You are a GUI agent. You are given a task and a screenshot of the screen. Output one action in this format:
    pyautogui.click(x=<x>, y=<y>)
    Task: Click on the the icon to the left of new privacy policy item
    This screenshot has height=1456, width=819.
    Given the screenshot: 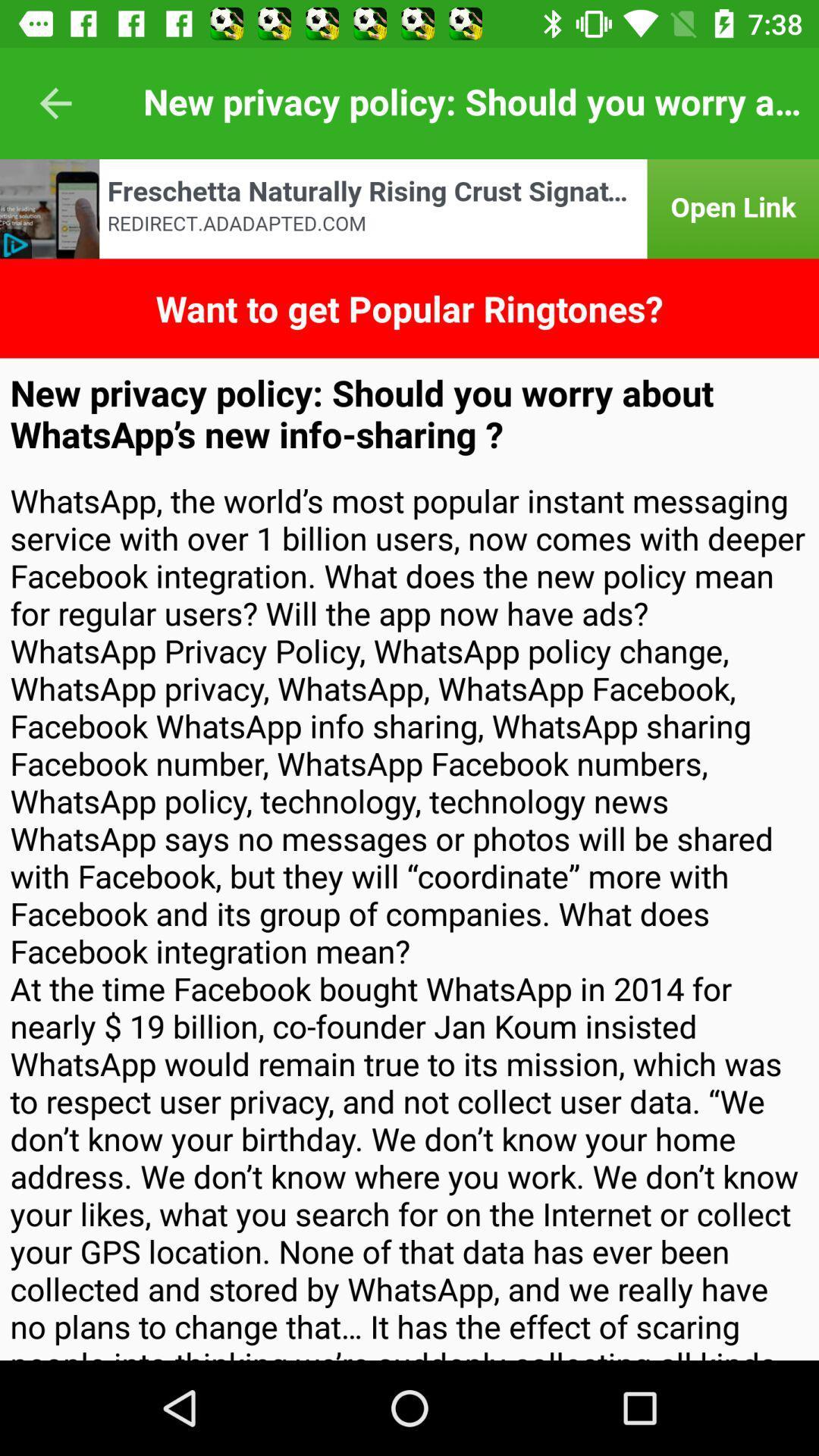 What is the action you would take?
    pyautogui.click(x=55, y=102)
    